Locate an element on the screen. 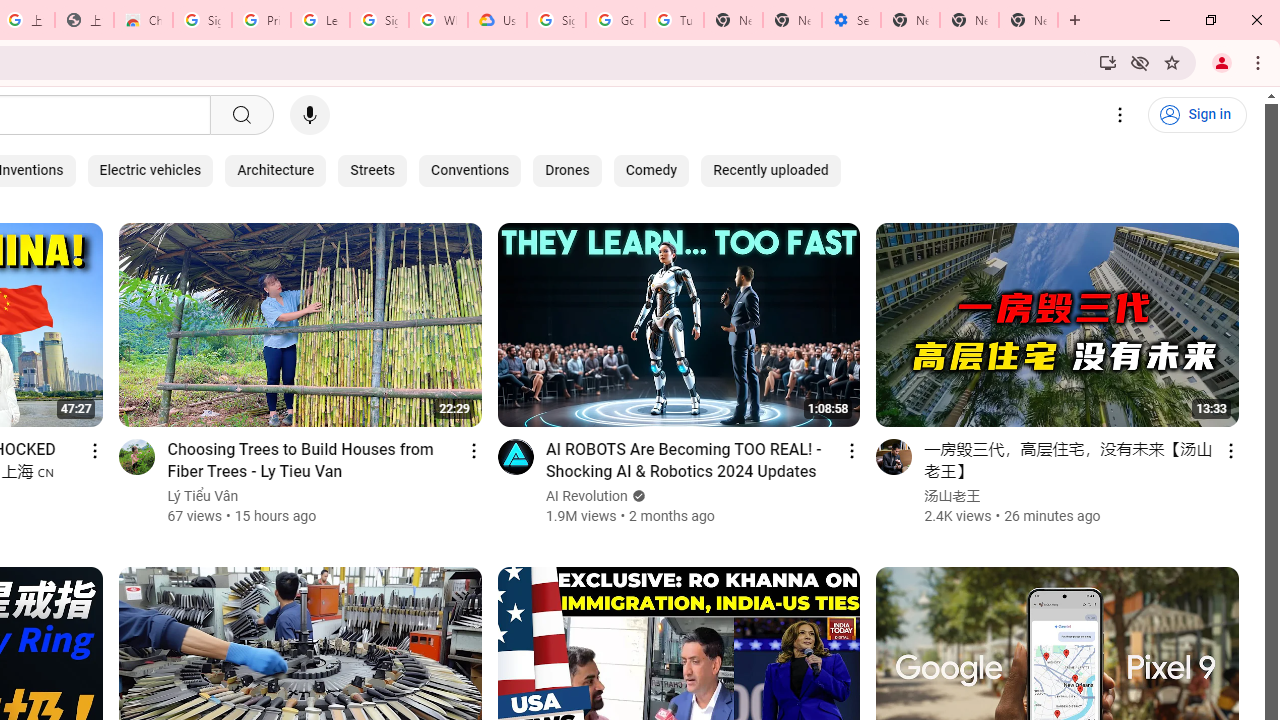 Image resolution: width=1280 pixels, height=720 pixels. 'AI Revolution' is located at coordinates (586, 495).